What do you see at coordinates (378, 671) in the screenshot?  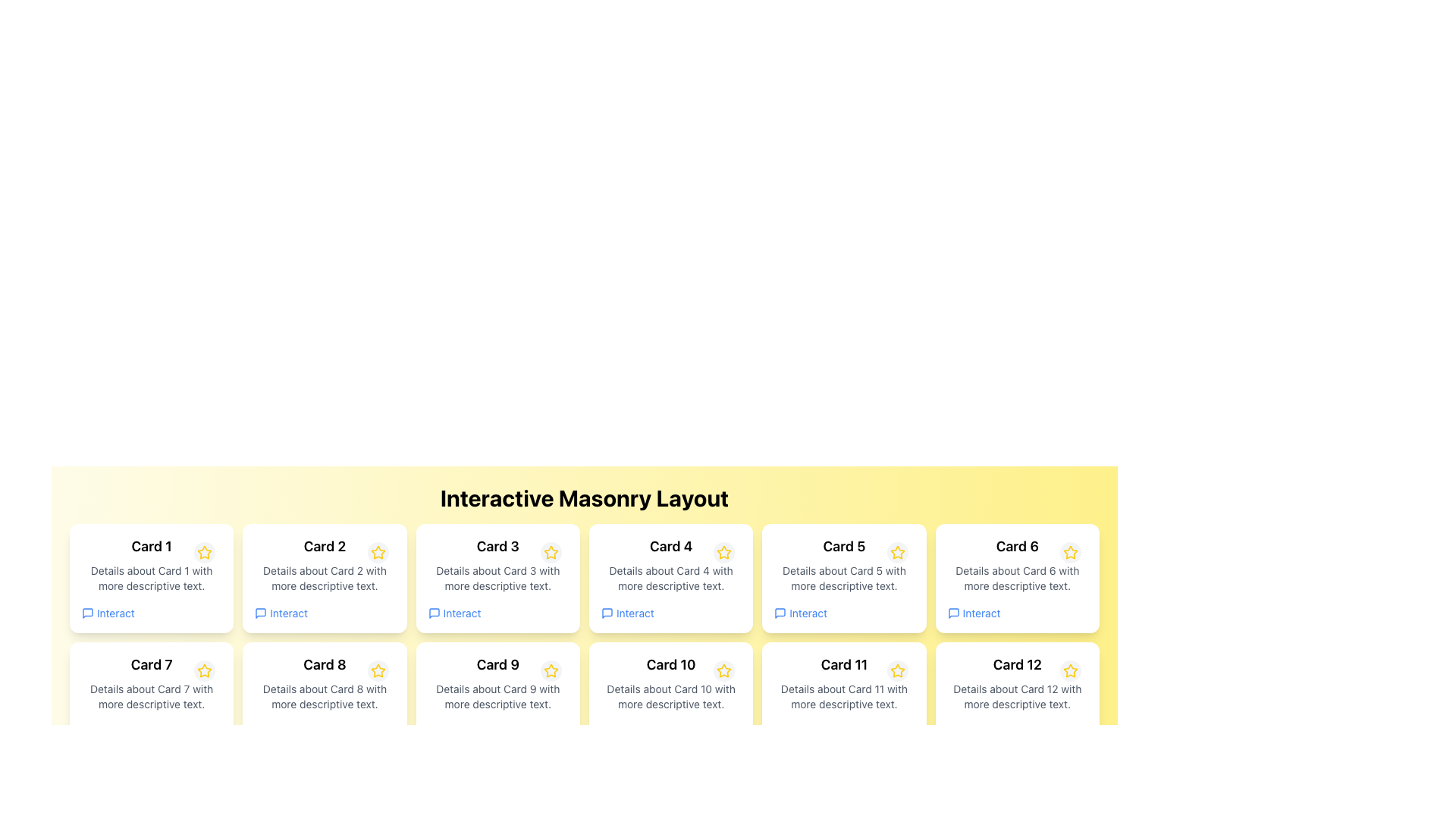 I see `the yellow star icon outlined in yellow strokes and filled with white, located at the top-right corner of 'Card 8'` at bounding box center [378, 671].